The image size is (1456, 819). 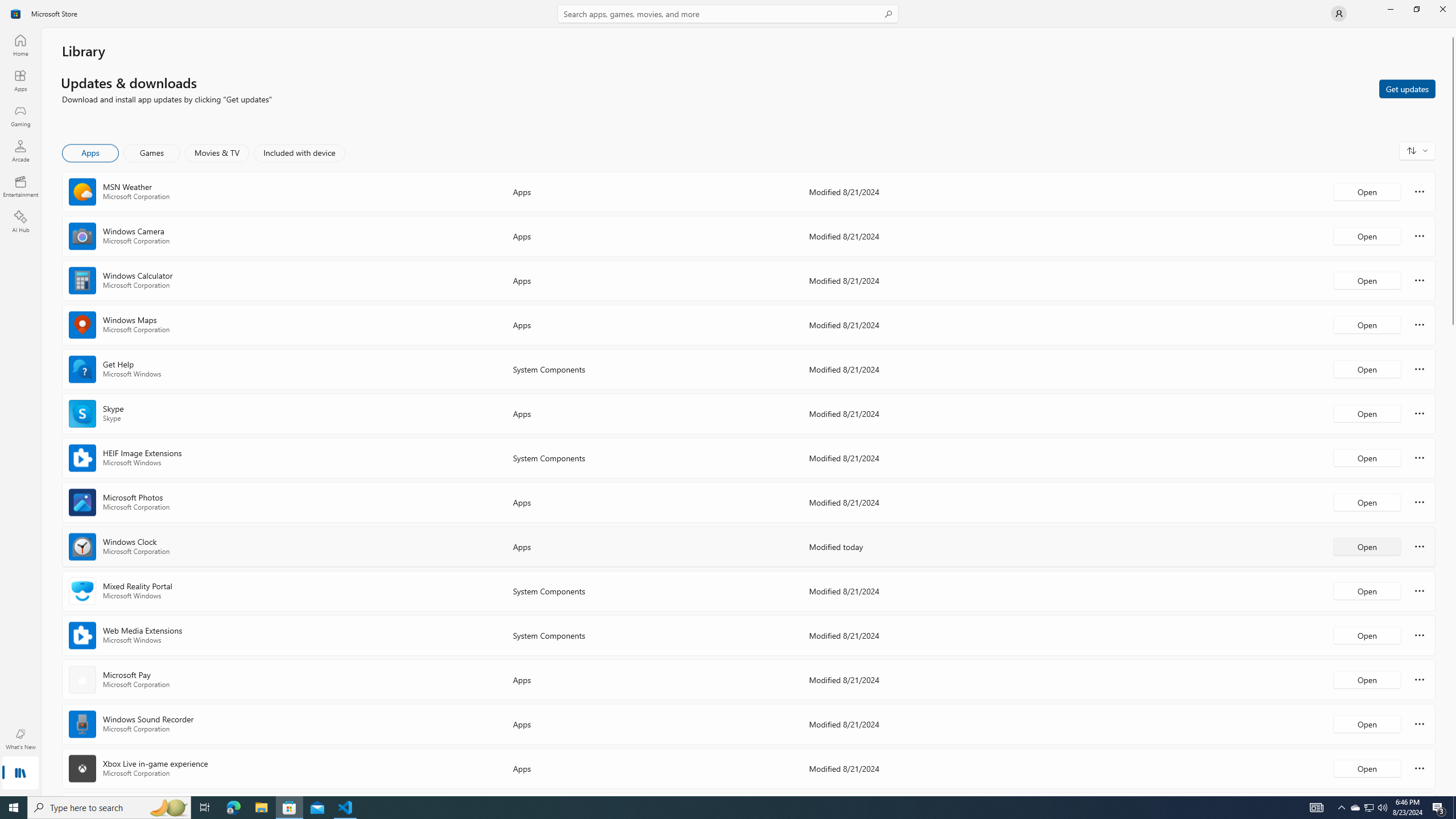 What do you see at coordinates (19, 738) in the screenshot?
I see `'What'` at bounding box center [19, 738].